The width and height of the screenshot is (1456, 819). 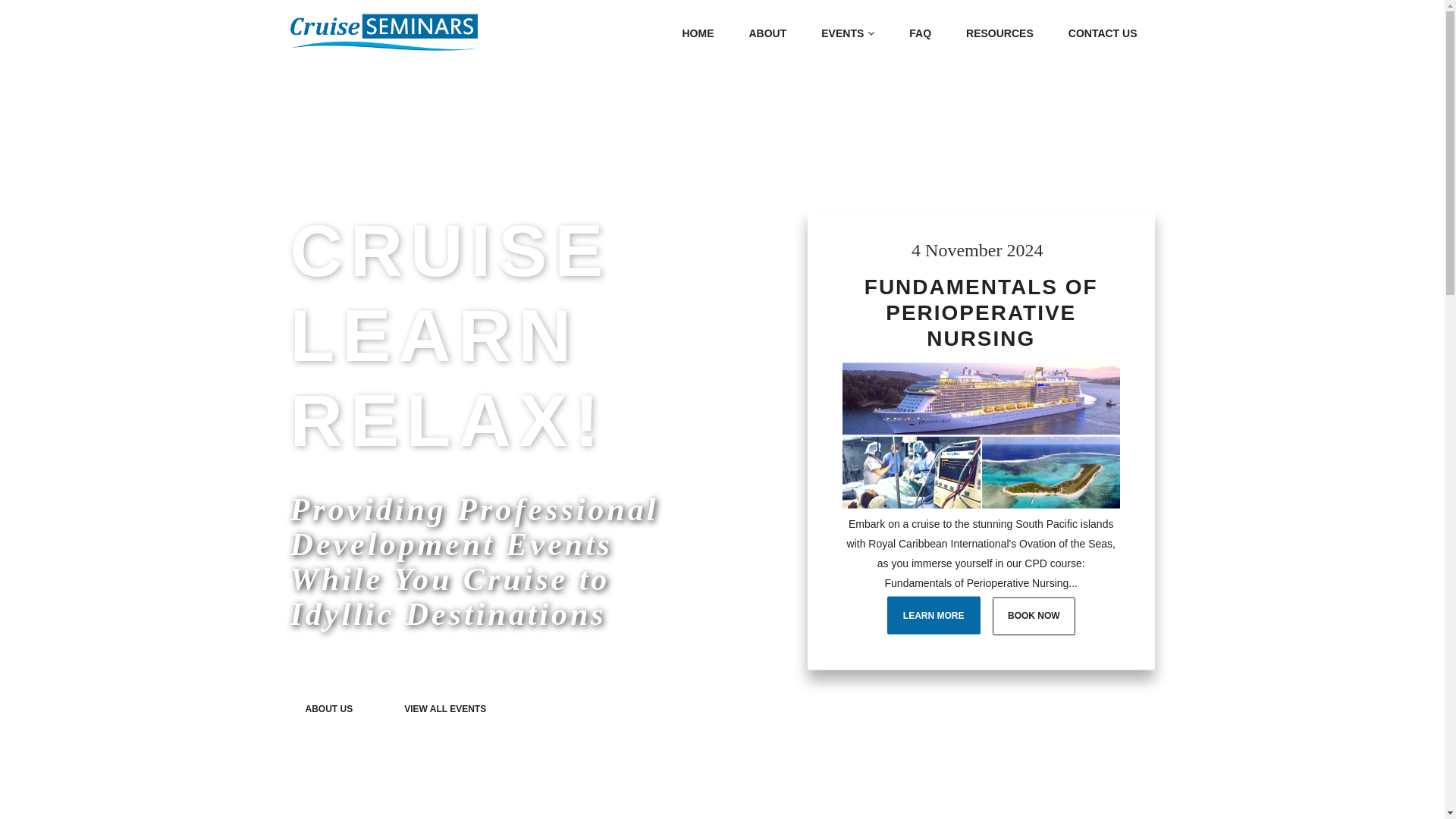 What do you see at coordinates (697, 33) in the screenshot?
I see `'HOME'` at bounding box center [697, 33].